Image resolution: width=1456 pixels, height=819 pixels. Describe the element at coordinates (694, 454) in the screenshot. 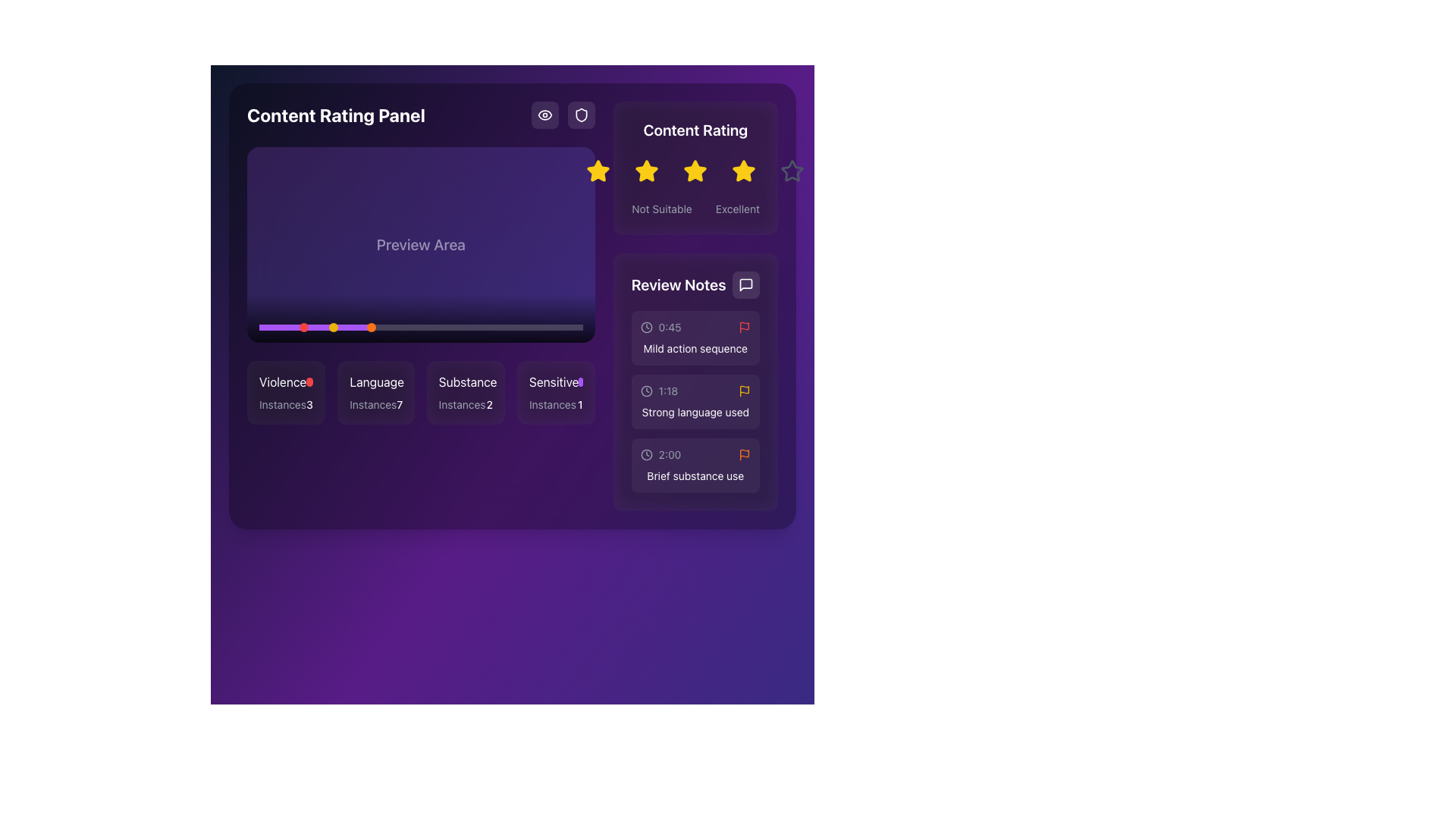

I see `the third compact card item displaying the timestamp '2:00' and contextual icons` at that location.